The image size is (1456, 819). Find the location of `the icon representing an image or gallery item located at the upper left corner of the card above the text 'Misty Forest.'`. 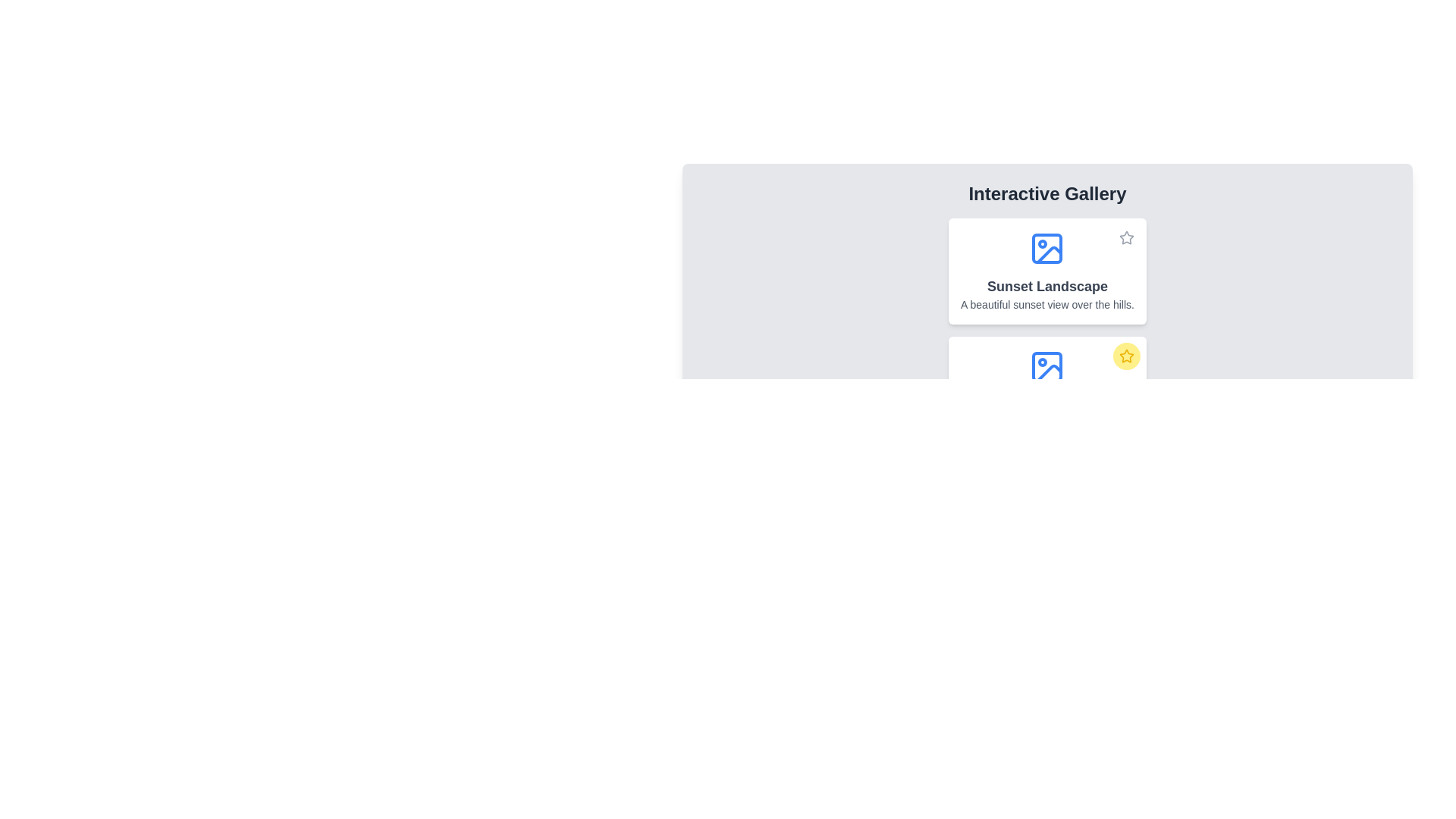

the icon representing an image or gallery item located at the upper left corner of the card above the text 'Misty Forest.' is located at coordinates (1046, 366).